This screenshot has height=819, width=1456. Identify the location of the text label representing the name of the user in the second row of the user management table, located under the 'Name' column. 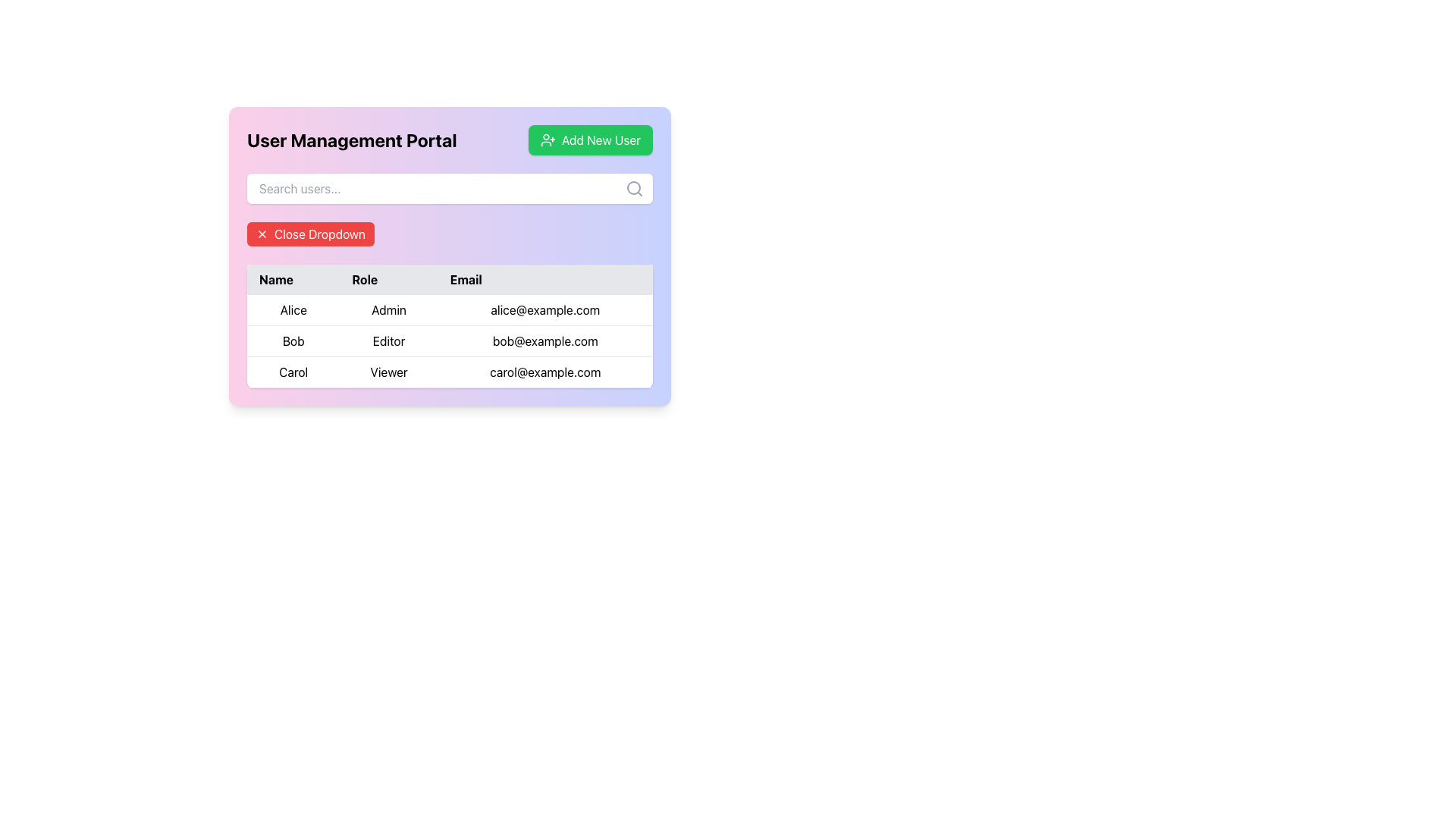
(293, 341).